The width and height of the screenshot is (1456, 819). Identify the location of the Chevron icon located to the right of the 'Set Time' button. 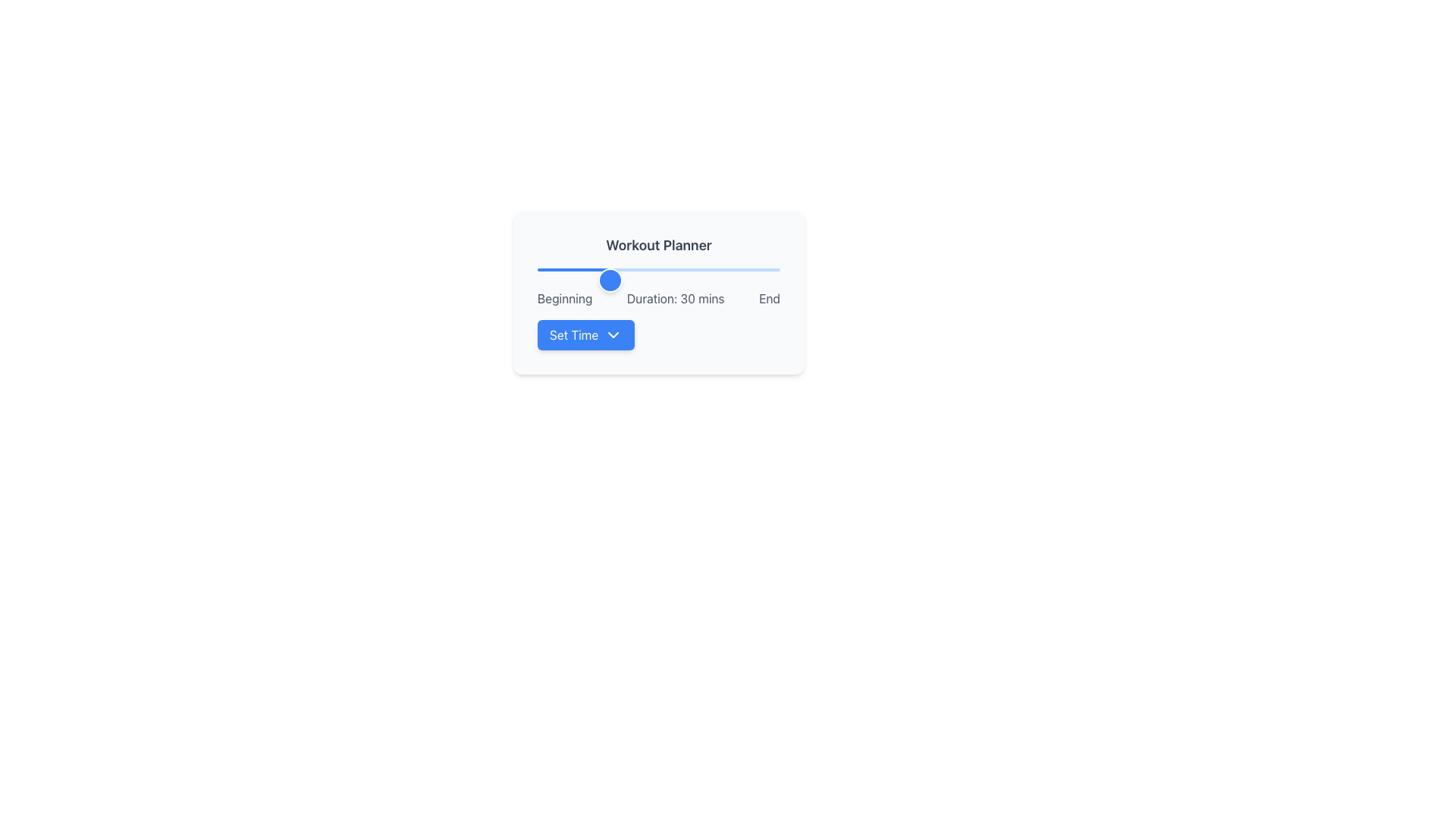
(613, 334).